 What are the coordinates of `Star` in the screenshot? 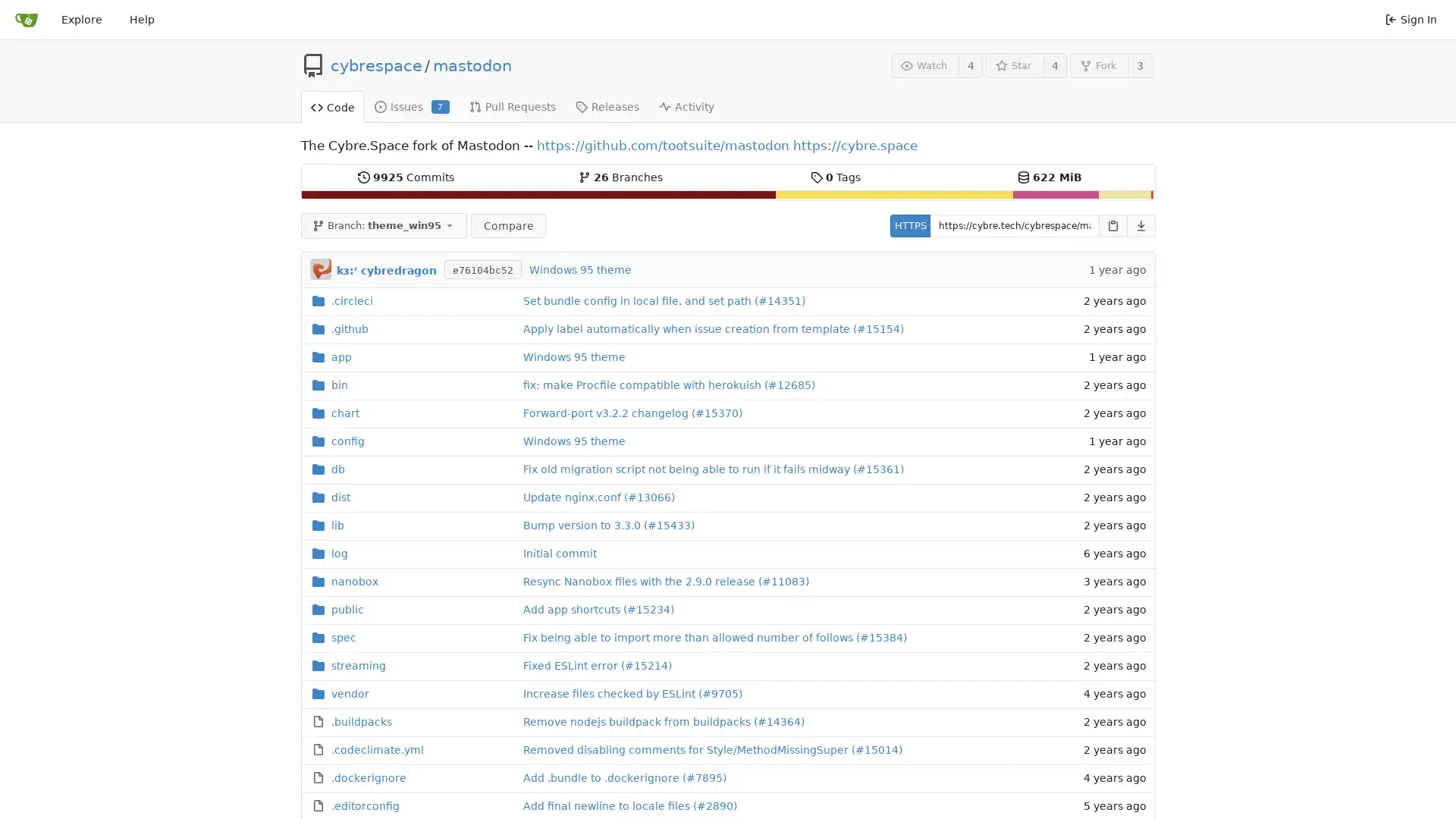 It's located at (1014, 64).